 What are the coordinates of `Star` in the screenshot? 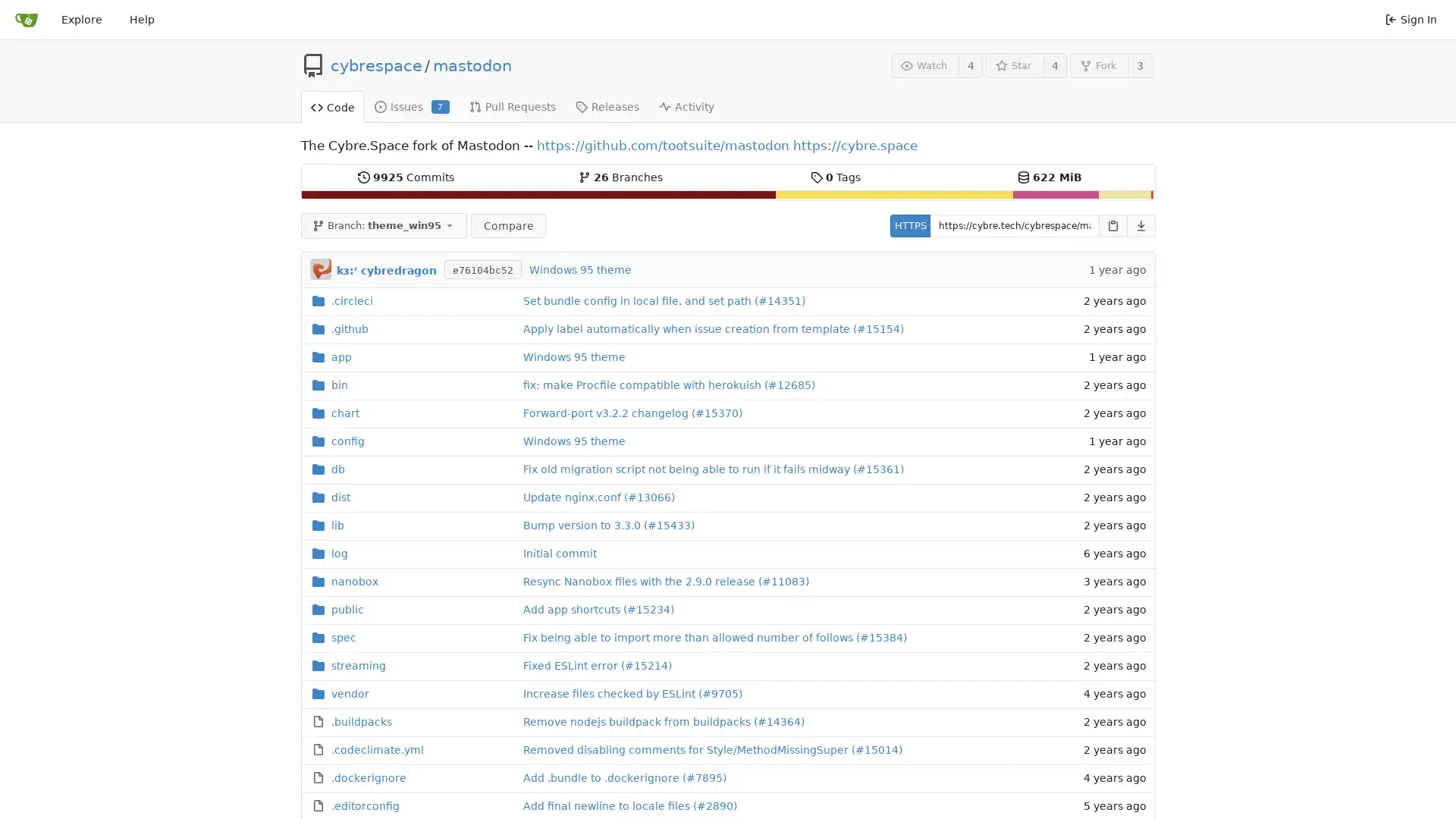 It's located at (1014, 64).